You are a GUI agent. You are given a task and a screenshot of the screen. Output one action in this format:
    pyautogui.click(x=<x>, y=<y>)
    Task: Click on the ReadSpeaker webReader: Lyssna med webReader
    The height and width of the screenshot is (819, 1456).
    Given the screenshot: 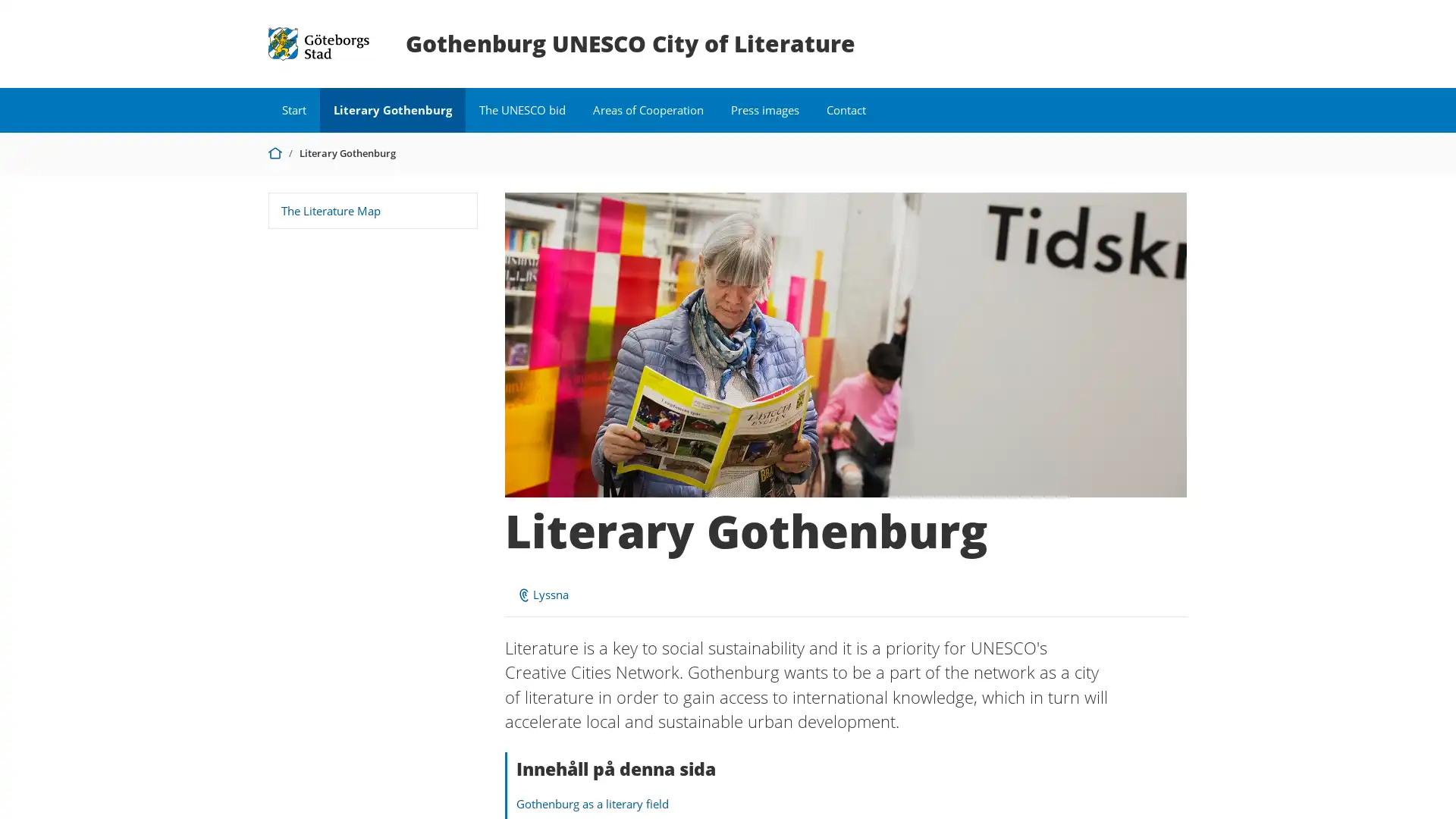 What is the action you would take?
    pyautogui.click(x=542, y=593)
    